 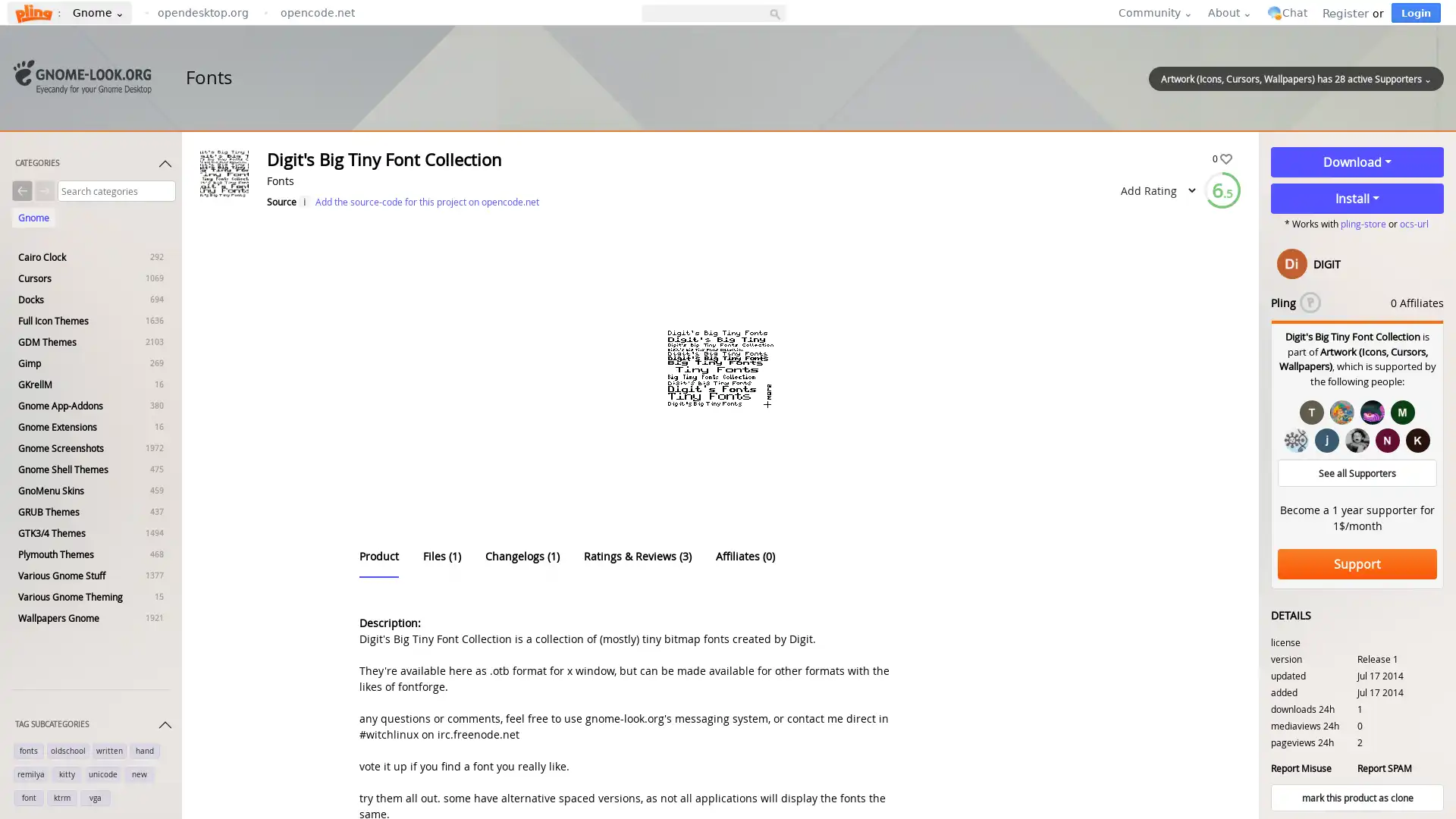 I want to click on CATEGORIES, so click(x=93, y=166).